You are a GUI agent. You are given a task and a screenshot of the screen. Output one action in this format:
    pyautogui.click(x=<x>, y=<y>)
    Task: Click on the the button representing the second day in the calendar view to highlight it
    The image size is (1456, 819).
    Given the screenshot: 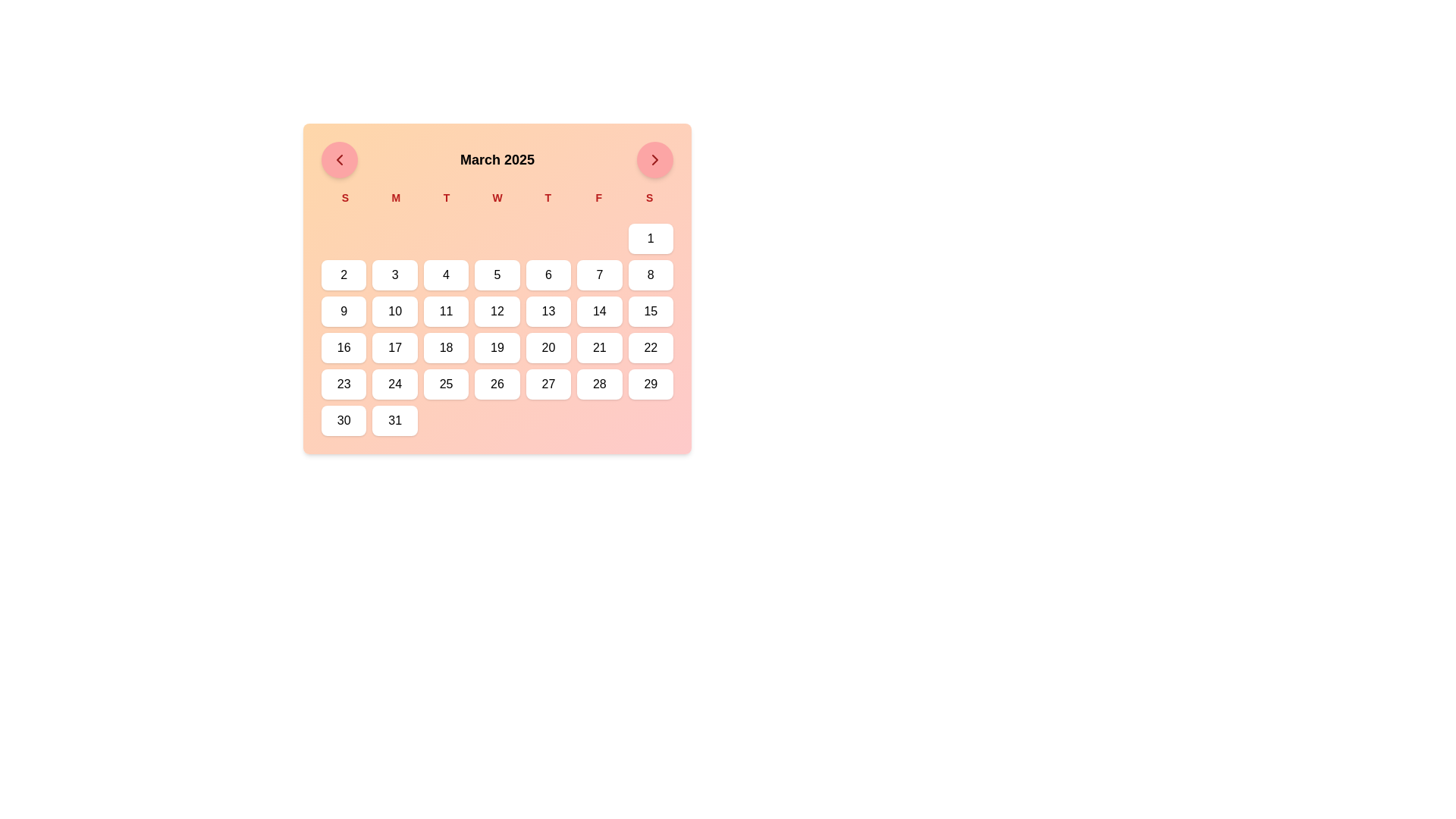 What is the action you would take?
    pyautogui.click(x=343, y=275)
    